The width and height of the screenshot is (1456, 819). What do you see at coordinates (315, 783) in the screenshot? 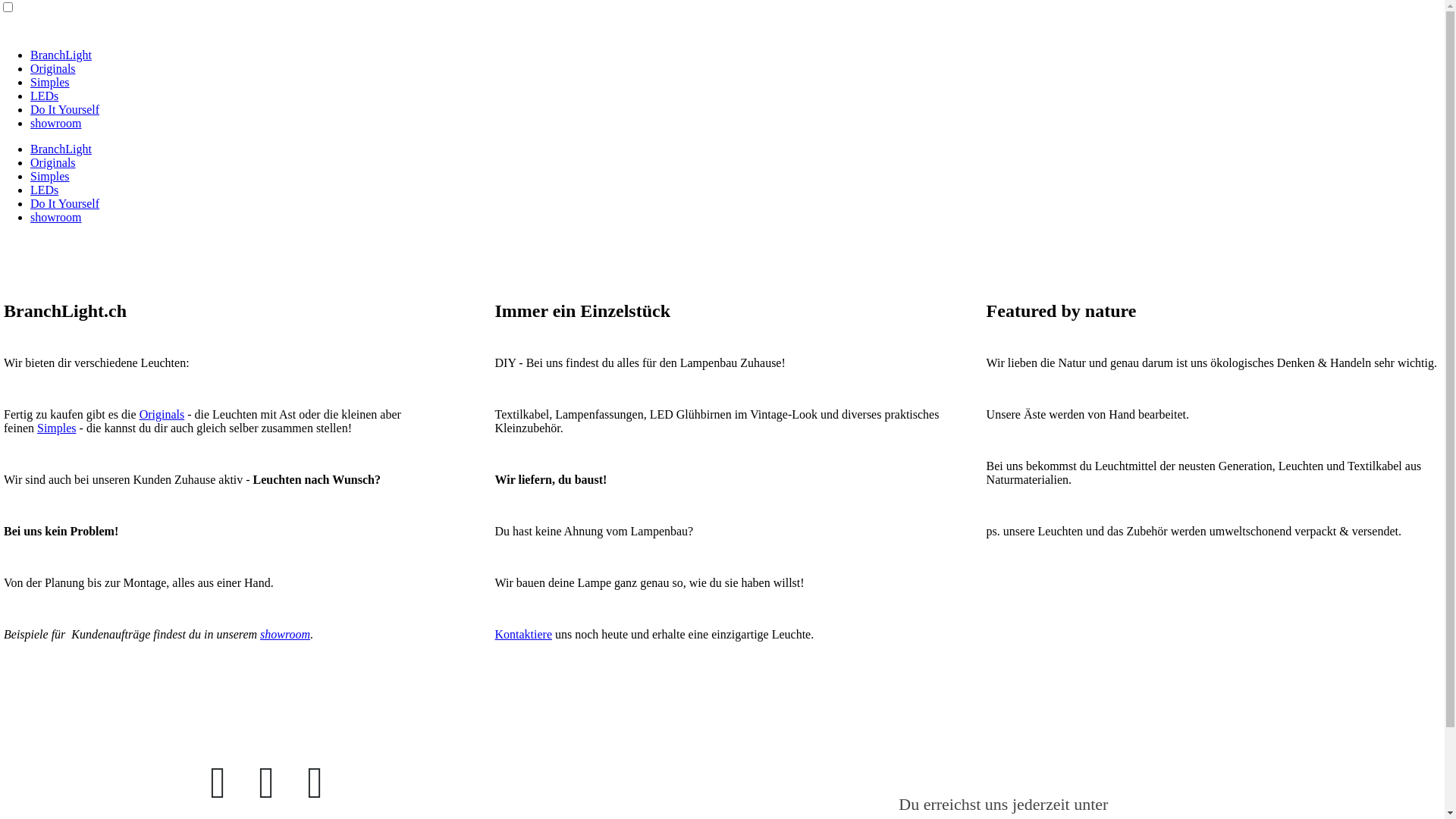
I see `'E-Mail'` at bounding box center [315, 783].